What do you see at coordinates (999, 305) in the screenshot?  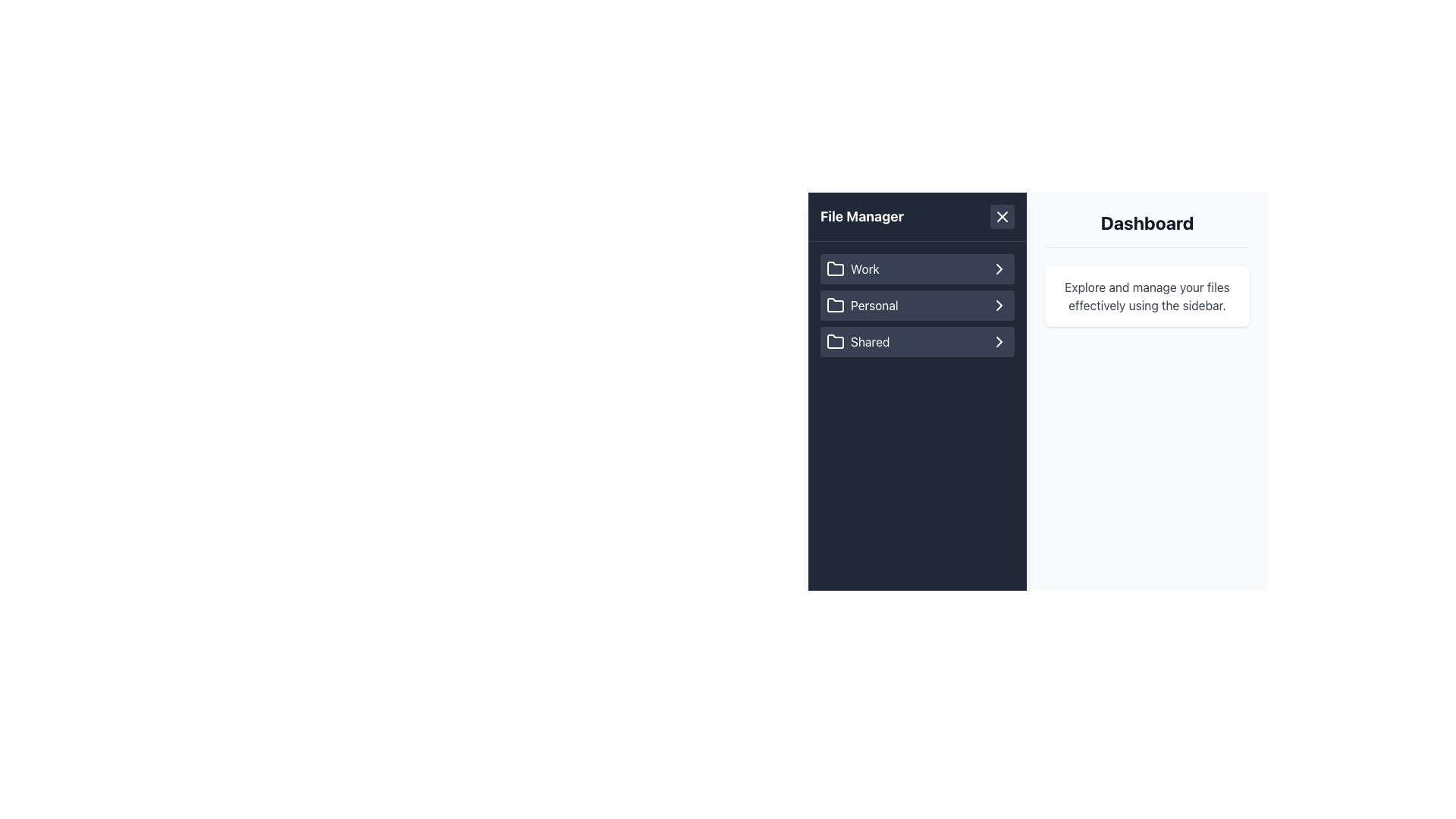 I see `the rightward pointing chevron icon located in the sidebar menu, which is positioned to the right of the 'Personal' folder label in the 'File Manager'` at bounding box center [999, 305].